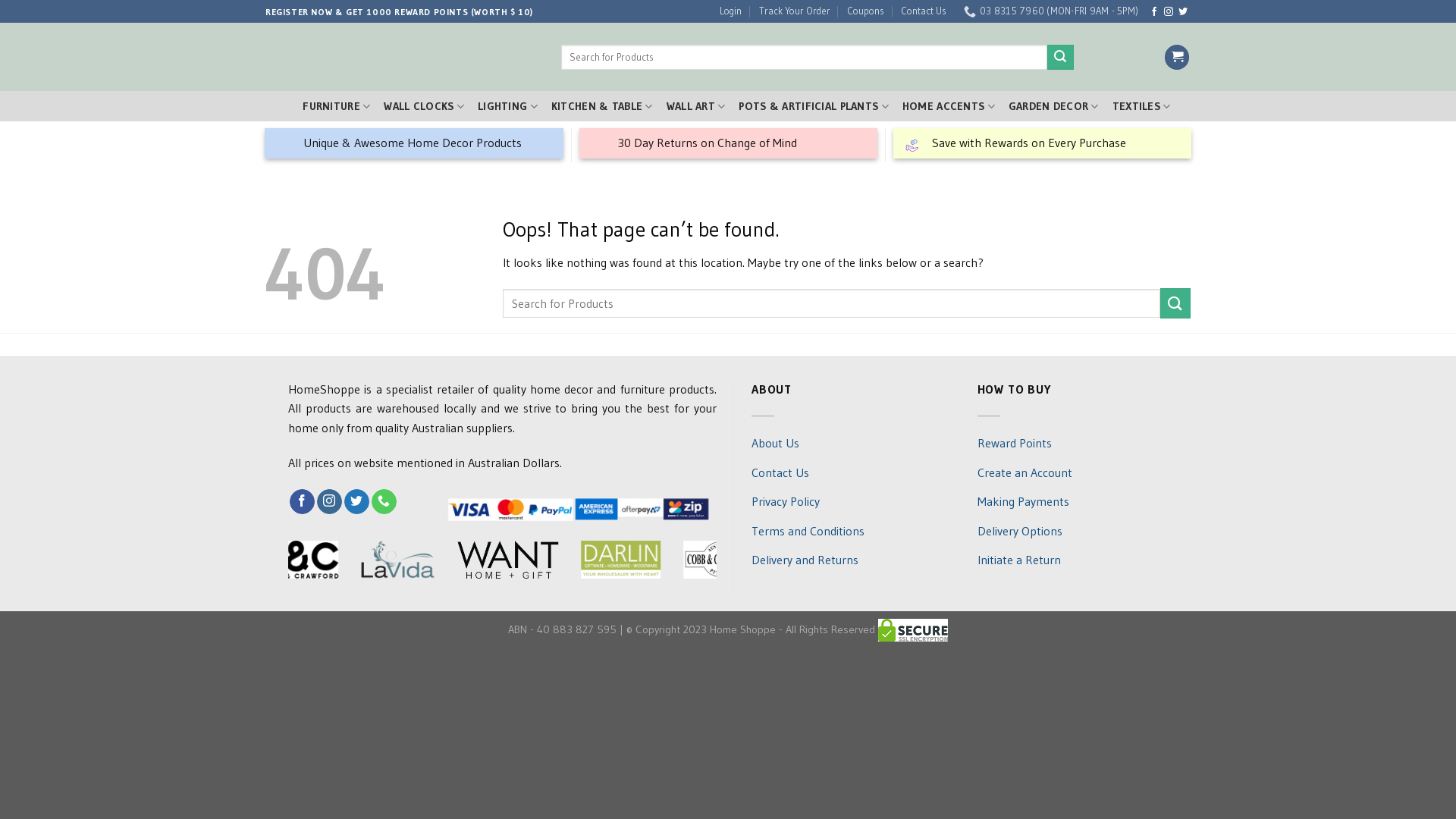 The image size is (1456, 819). I want to click on 'Follow on Instagram', so click(315, 502).